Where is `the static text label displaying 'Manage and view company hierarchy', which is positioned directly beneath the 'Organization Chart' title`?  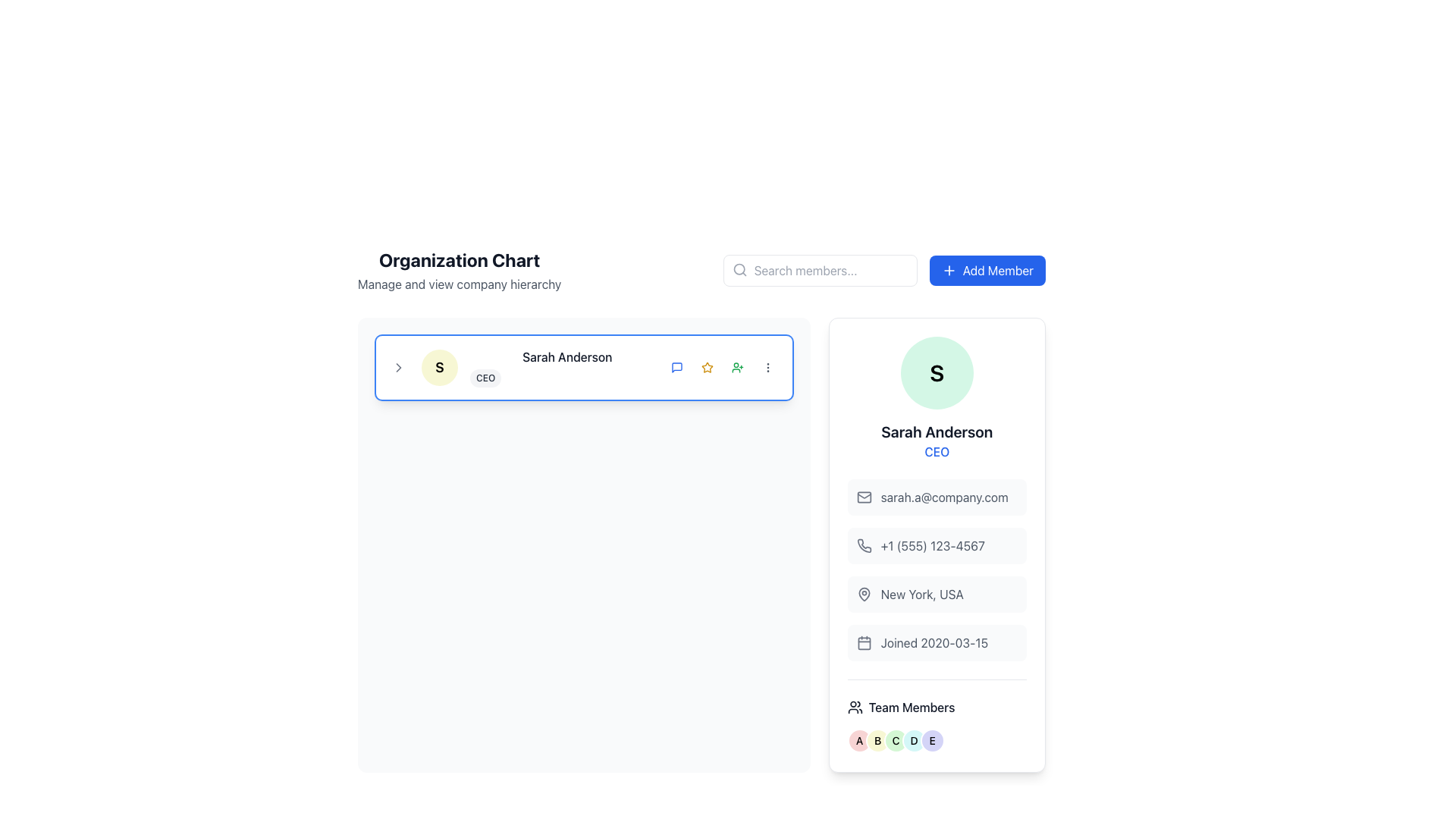 the static text label displaying 'Manage and view company hierarchy', which is positioned directly beneath the 'Organization Chart' title is located at coordinates (459, 284).